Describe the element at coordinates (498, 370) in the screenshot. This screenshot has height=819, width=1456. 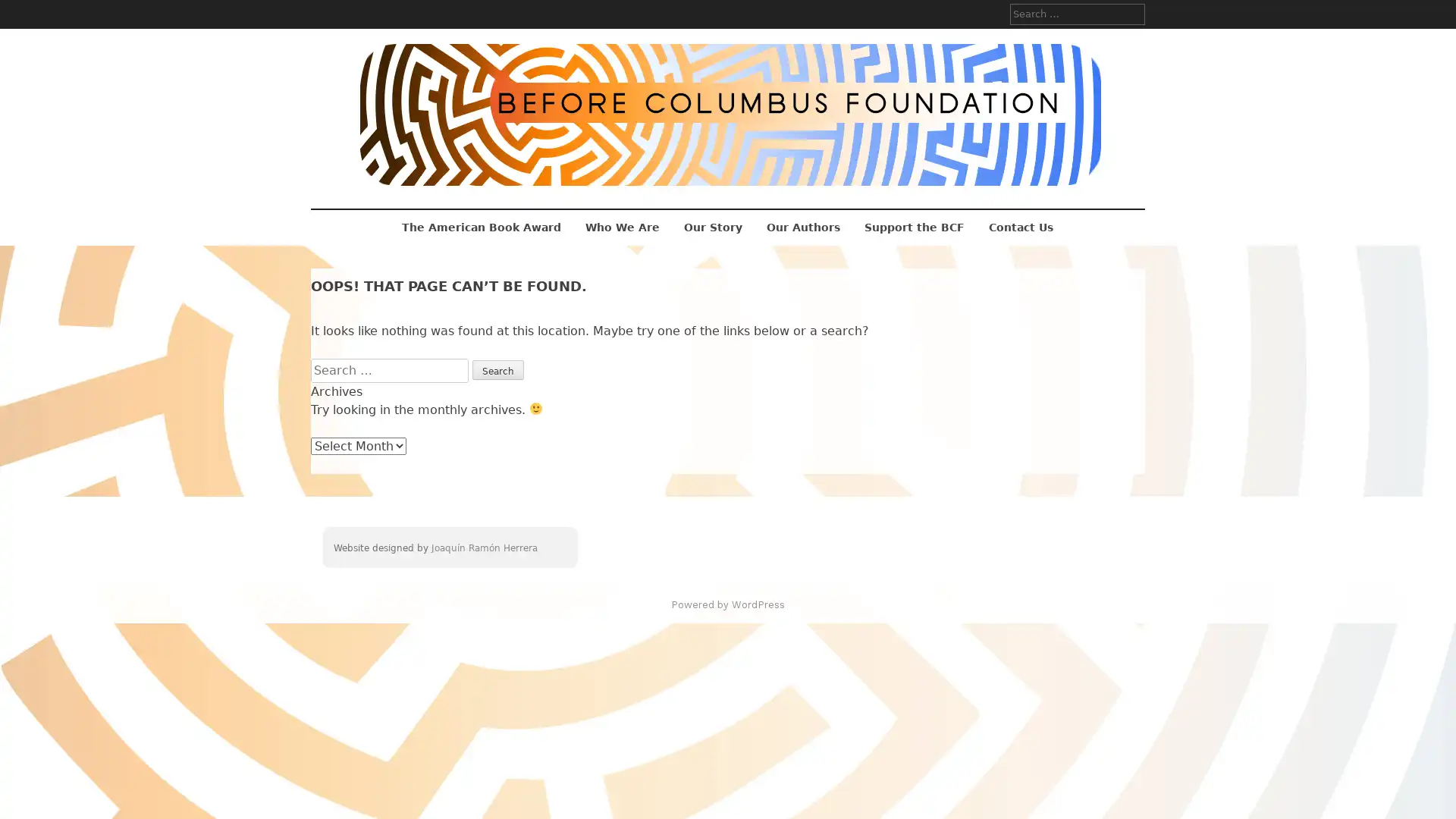
I see `Search` at that location.